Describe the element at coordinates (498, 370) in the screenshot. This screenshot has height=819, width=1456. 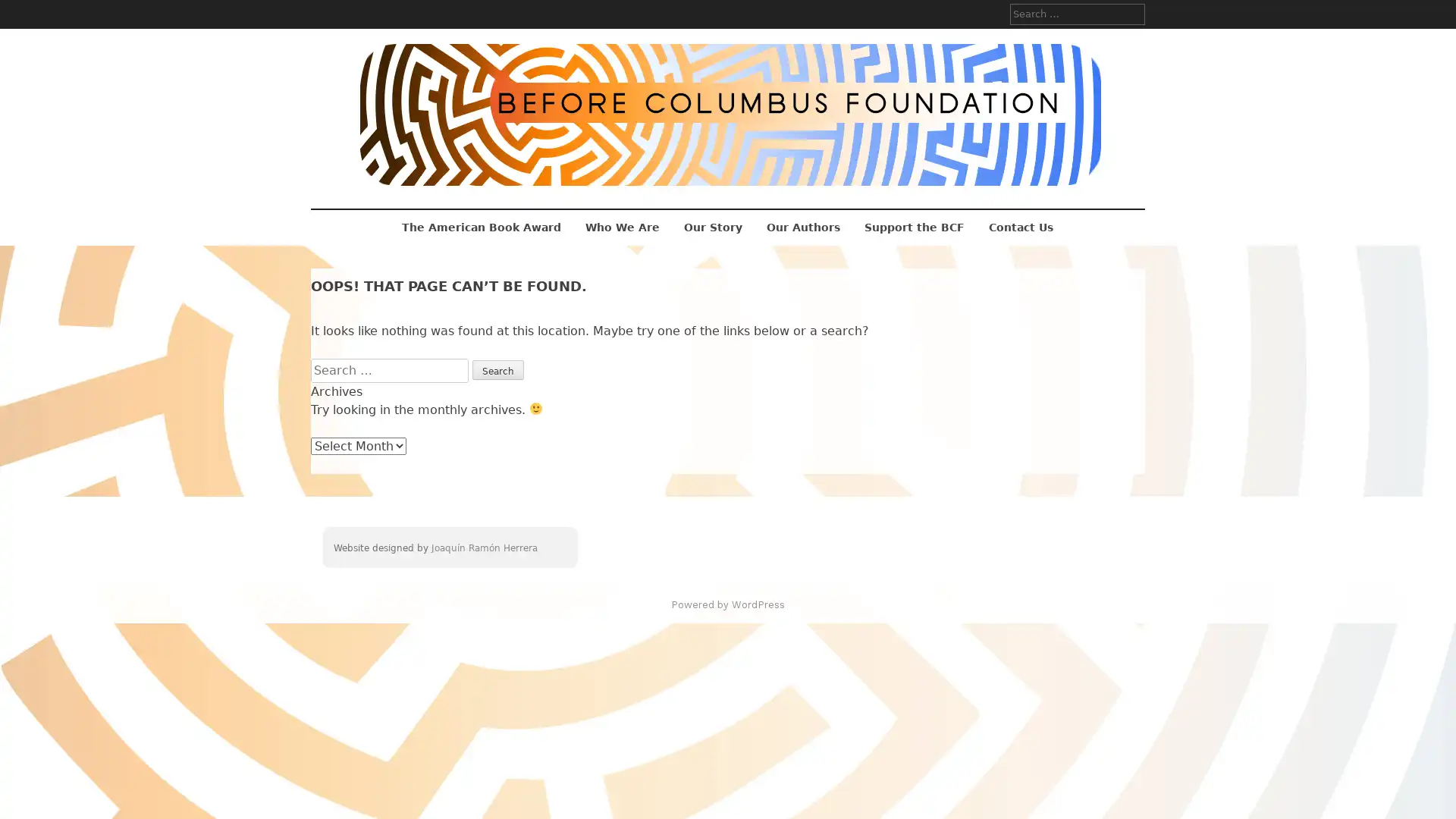
I see `Search` at that location.